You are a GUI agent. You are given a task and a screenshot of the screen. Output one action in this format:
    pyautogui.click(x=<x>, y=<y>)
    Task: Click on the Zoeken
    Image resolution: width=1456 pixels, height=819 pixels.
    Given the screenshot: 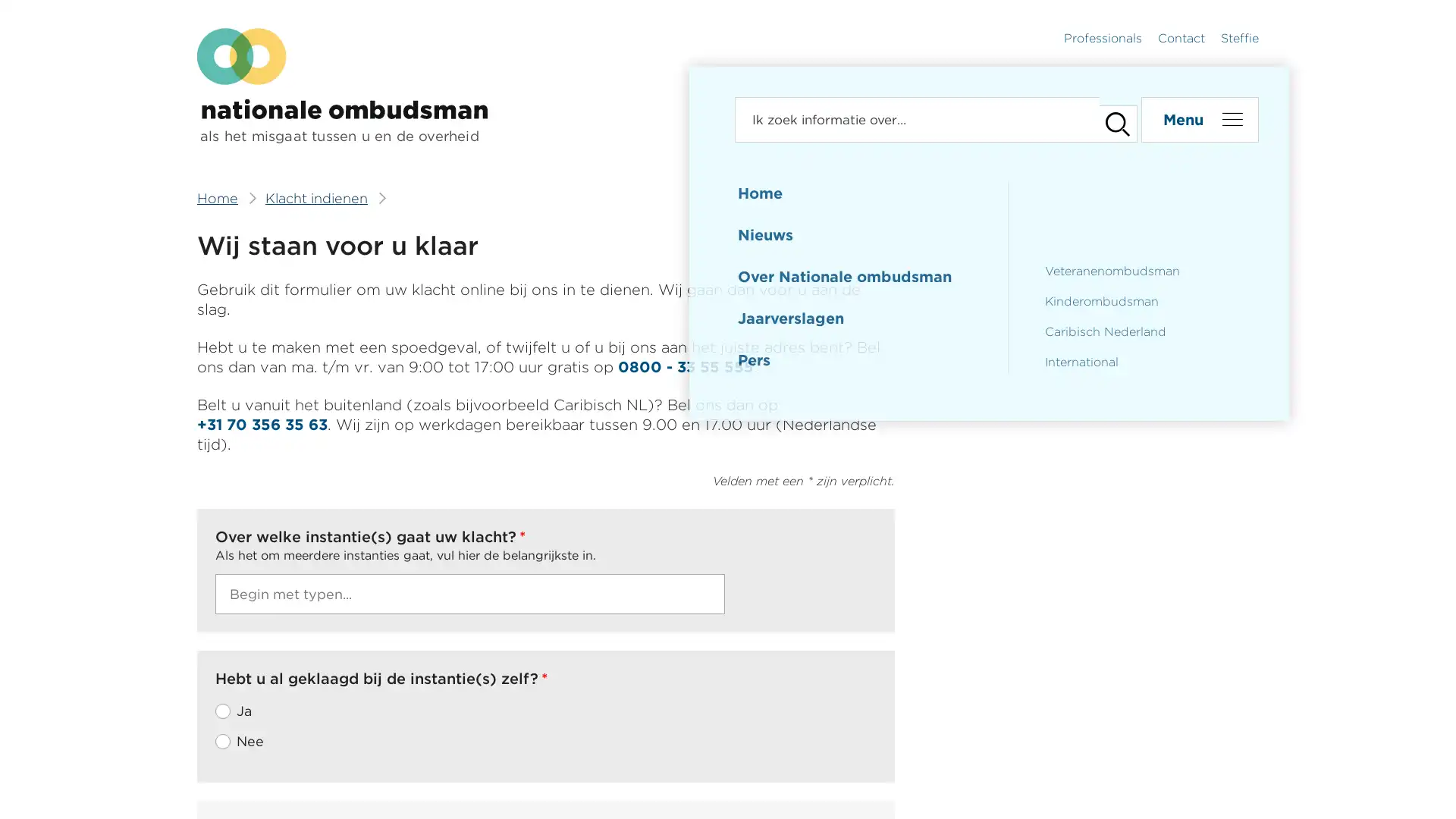 What is the action you would take?
    pyautogui.click(x=1110, y=119)
    